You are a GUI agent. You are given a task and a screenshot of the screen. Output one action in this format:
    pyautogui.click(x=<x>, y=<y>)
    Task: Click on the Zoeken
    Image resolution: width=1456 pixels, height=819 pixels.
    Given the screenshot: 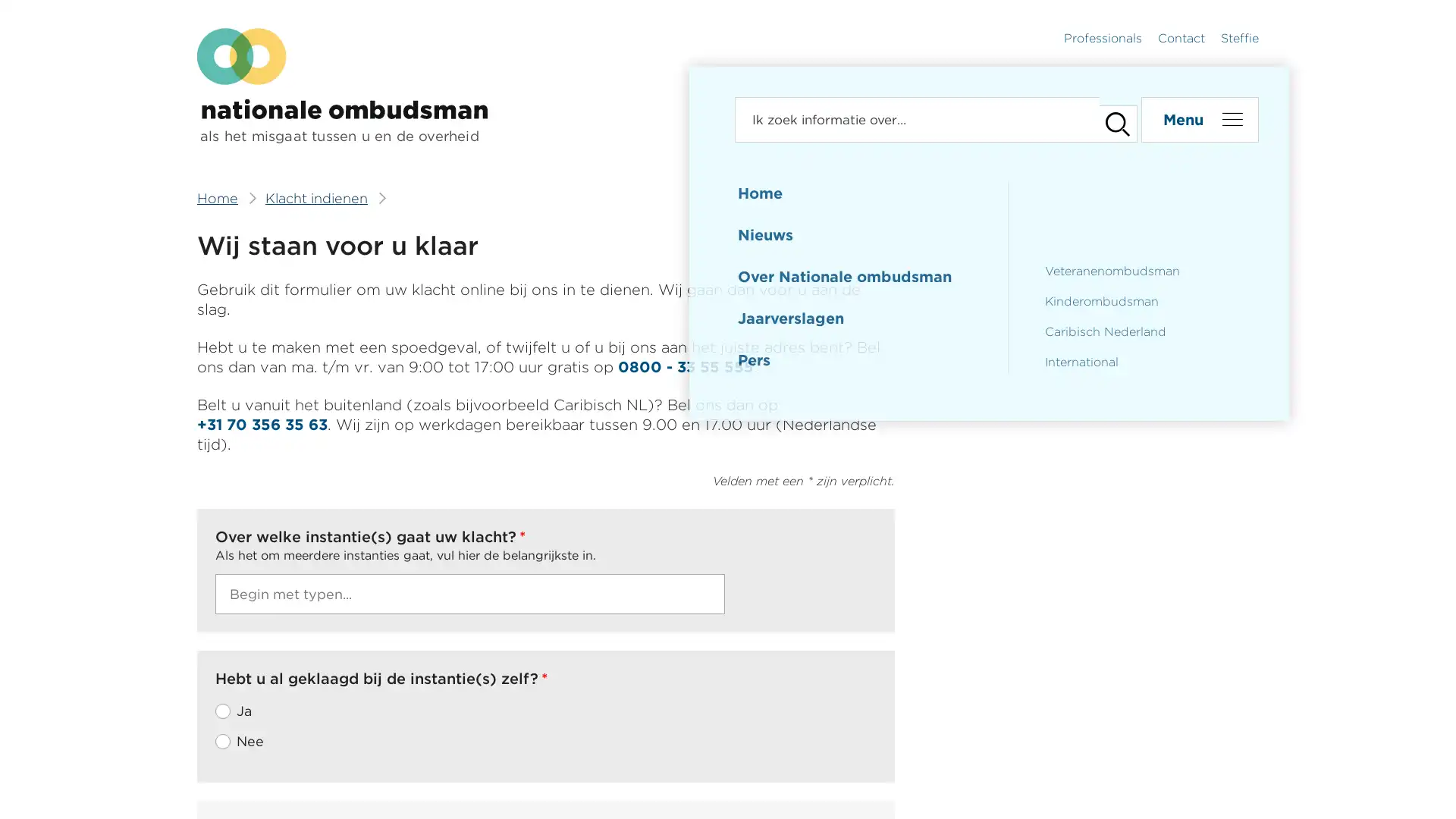 What is the action you would take?
    pyautogui.click(x=1110, y=119)
    